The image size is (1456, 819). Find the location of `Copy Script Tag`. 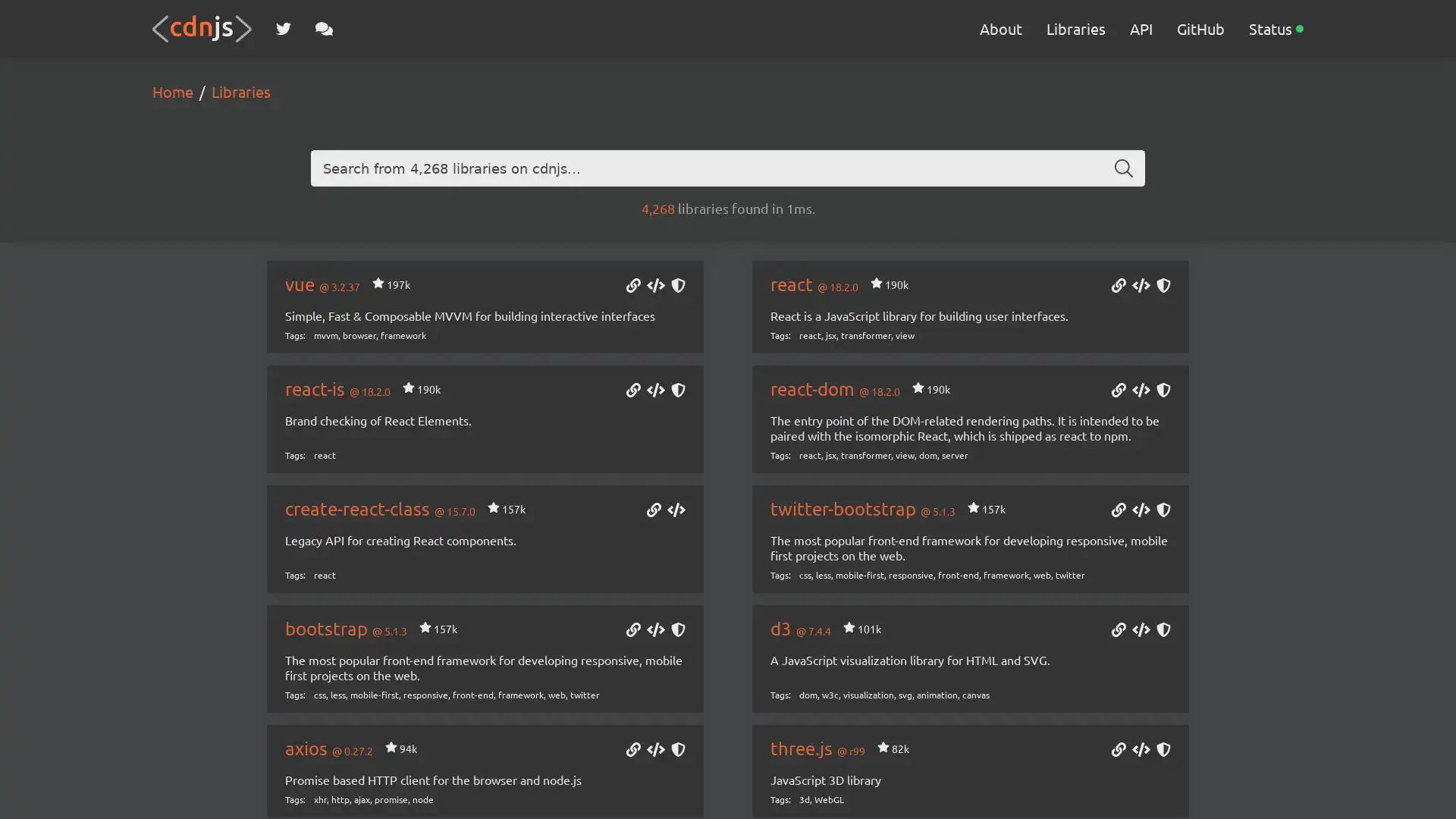

Copy Script Tag is located at coordinates (655, 287).